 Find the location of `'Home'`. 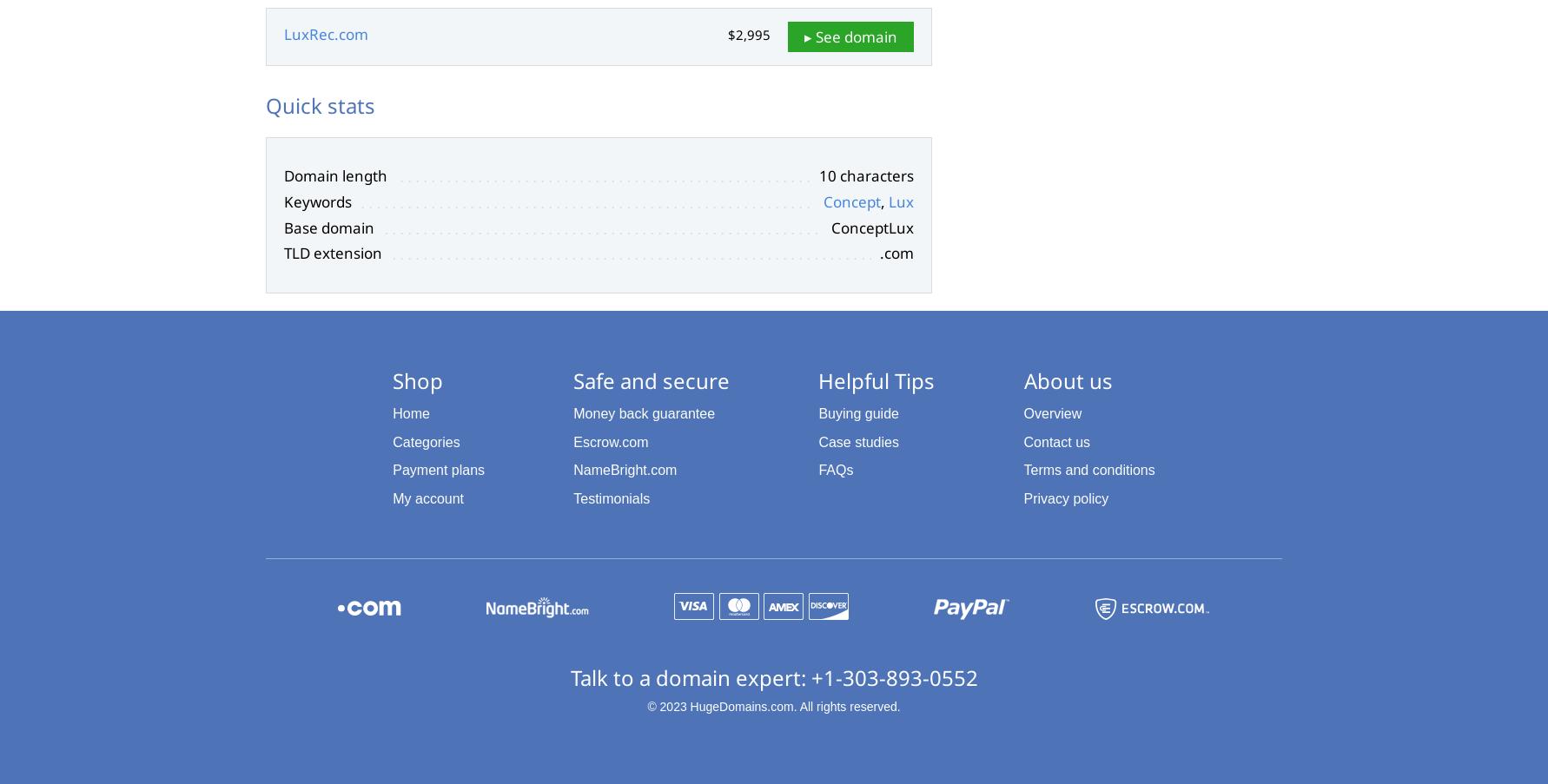

'Home' is located at coordinates (409, 412).